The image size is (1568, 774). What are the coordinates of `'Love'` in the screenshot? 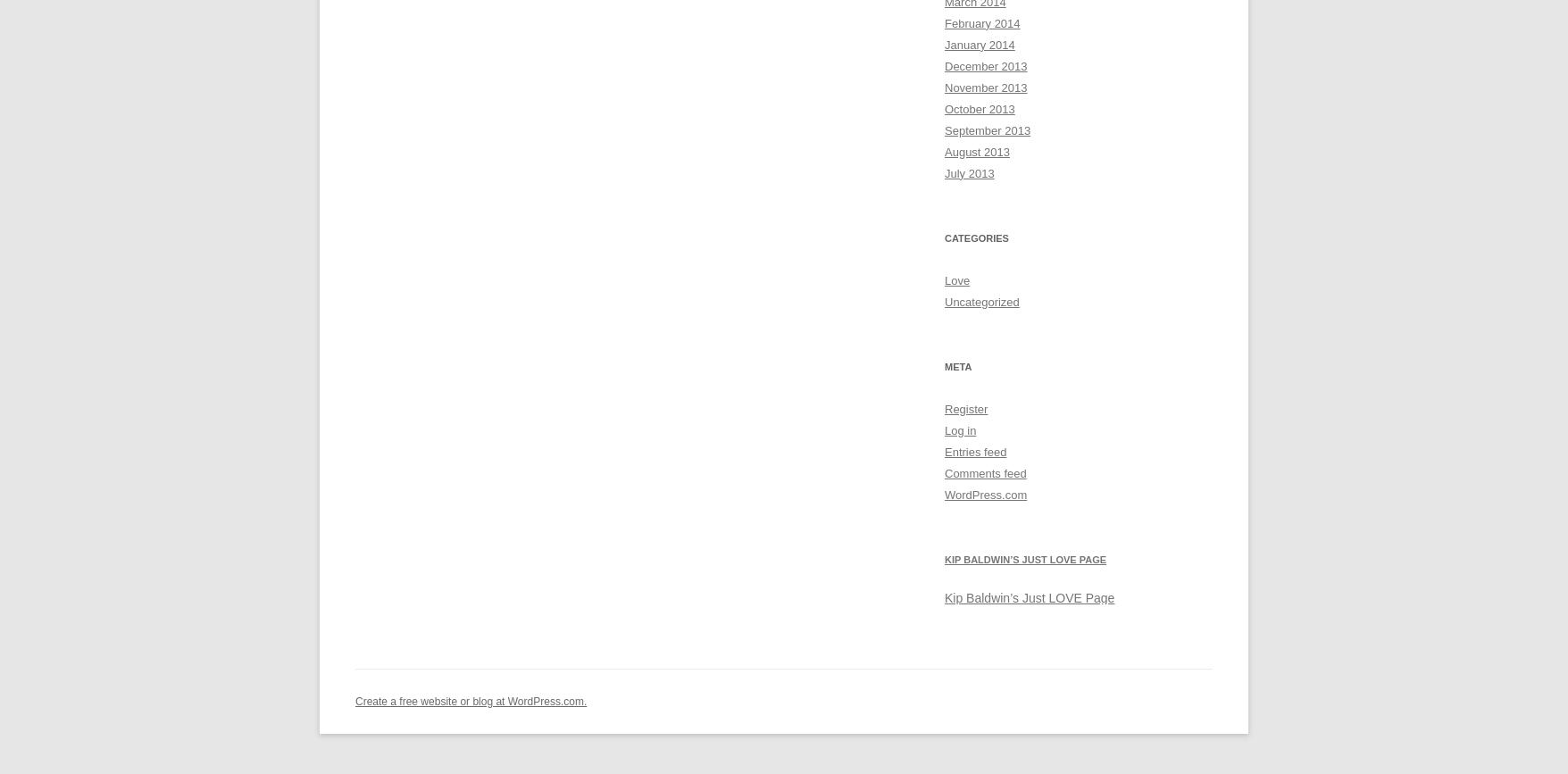 It's located at (956, 279).